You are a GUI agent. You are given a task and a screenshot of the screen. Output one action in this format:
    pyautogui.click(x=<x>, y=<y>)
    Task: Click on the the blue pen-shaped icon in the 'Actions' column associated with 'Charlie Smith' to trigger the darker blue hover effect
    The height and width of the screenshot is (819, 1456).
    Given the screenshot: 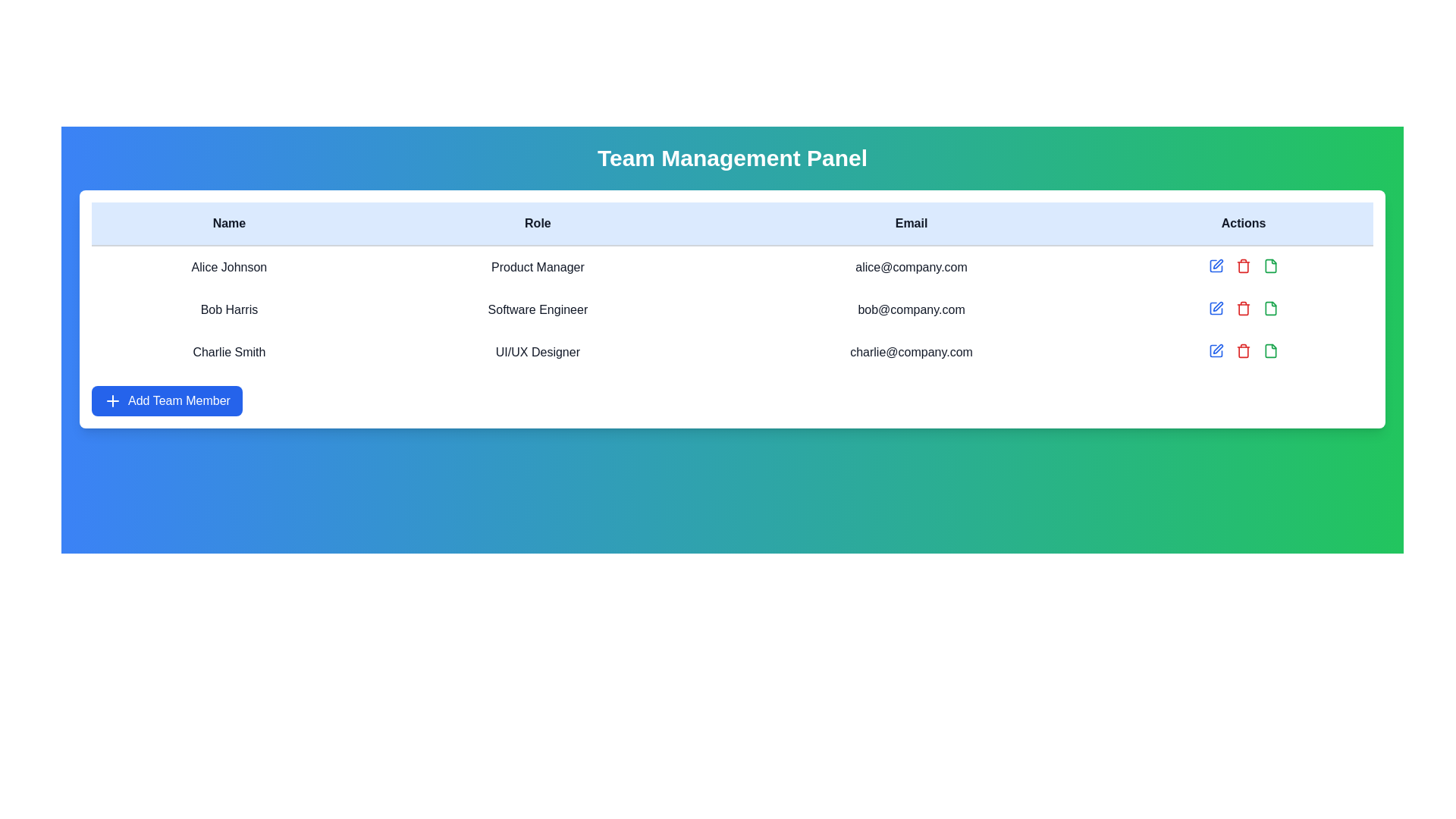 What is the action you would take?
    pyautogui.click(x=1216, y=350)
    